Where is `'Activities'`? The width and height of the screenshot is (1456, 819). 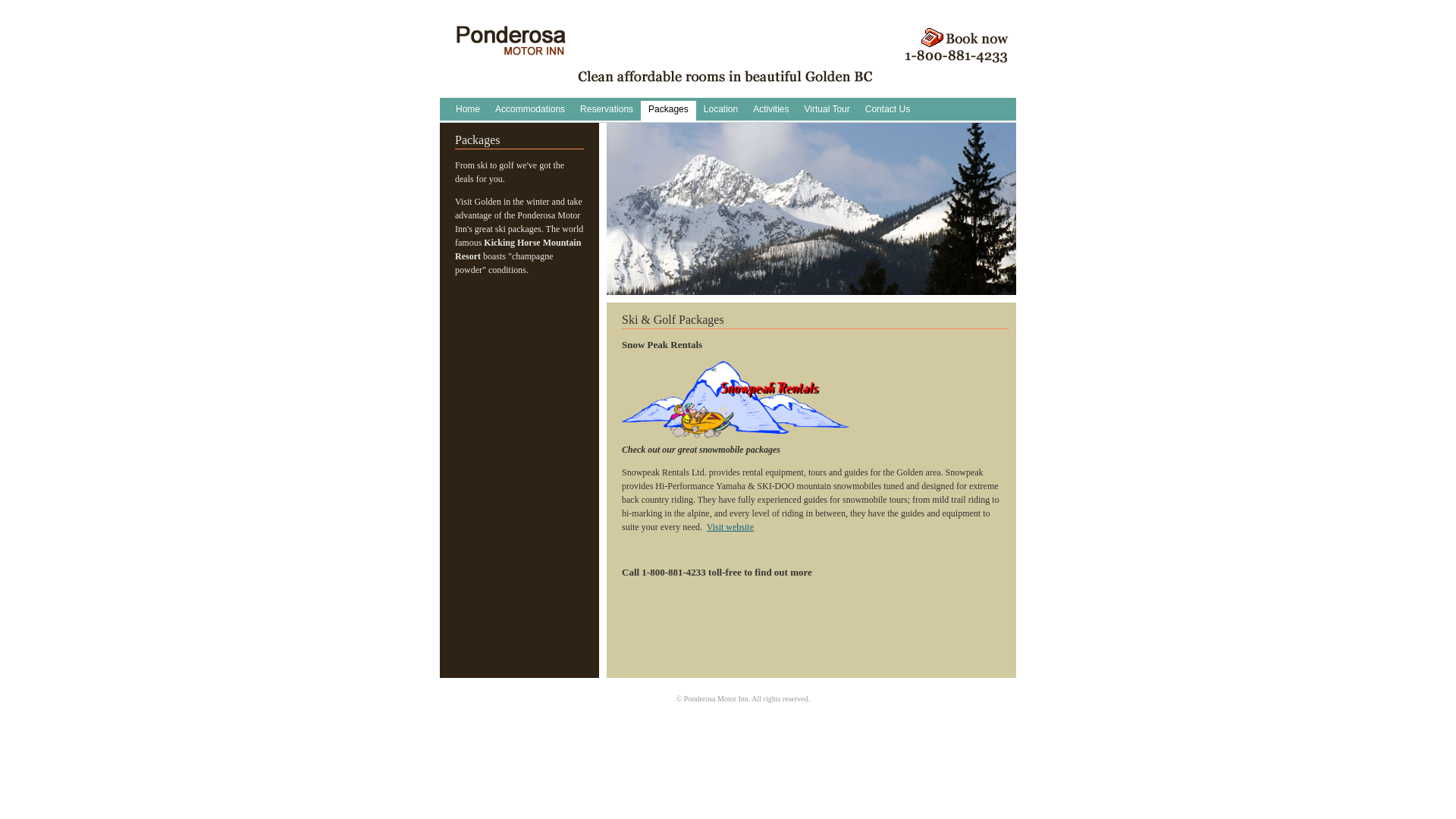
'Activities' is located at coordinates (770, 110).